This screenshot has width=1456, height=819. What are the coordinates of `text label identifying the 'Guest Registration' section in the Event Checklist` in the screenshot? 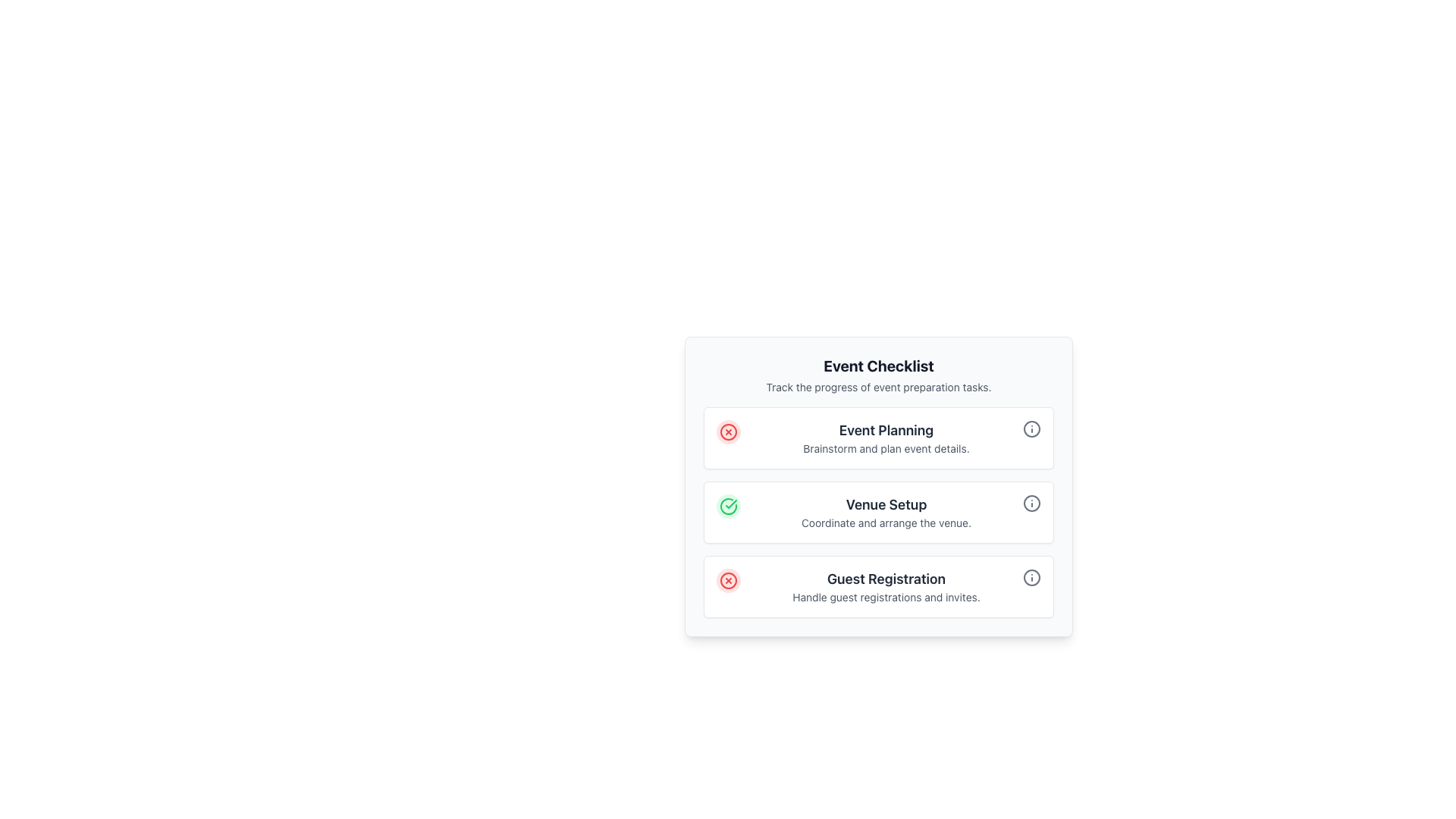 It's located at (886, 579).